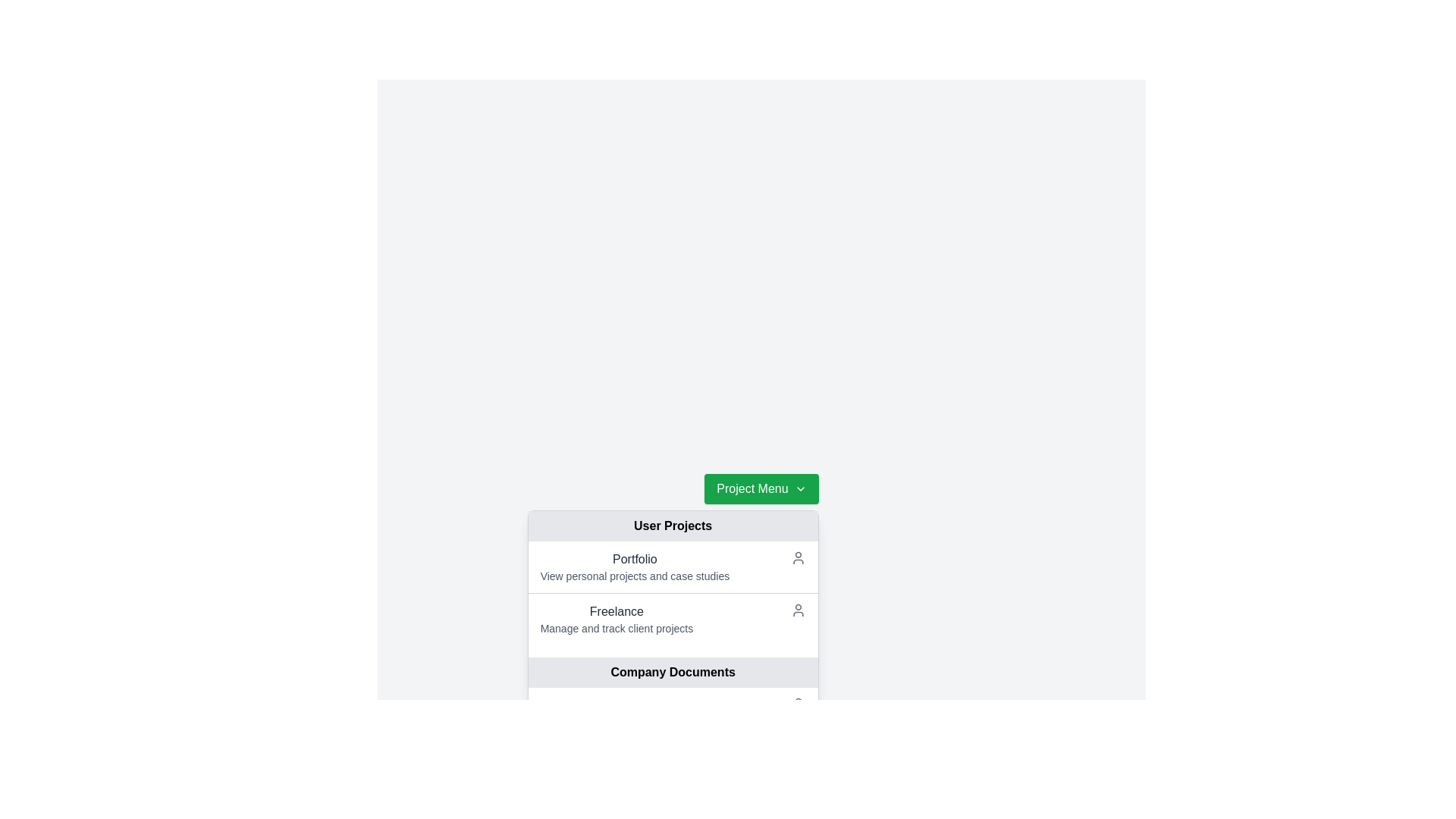 The width and height of the screenshot is (1456, 819). What do you see at coordinates (617, 620) in the screenshot?
I see `the 'Client Projects' text in the dropdown menu under the 'User Projects' header` at bounding box center [617, 620].